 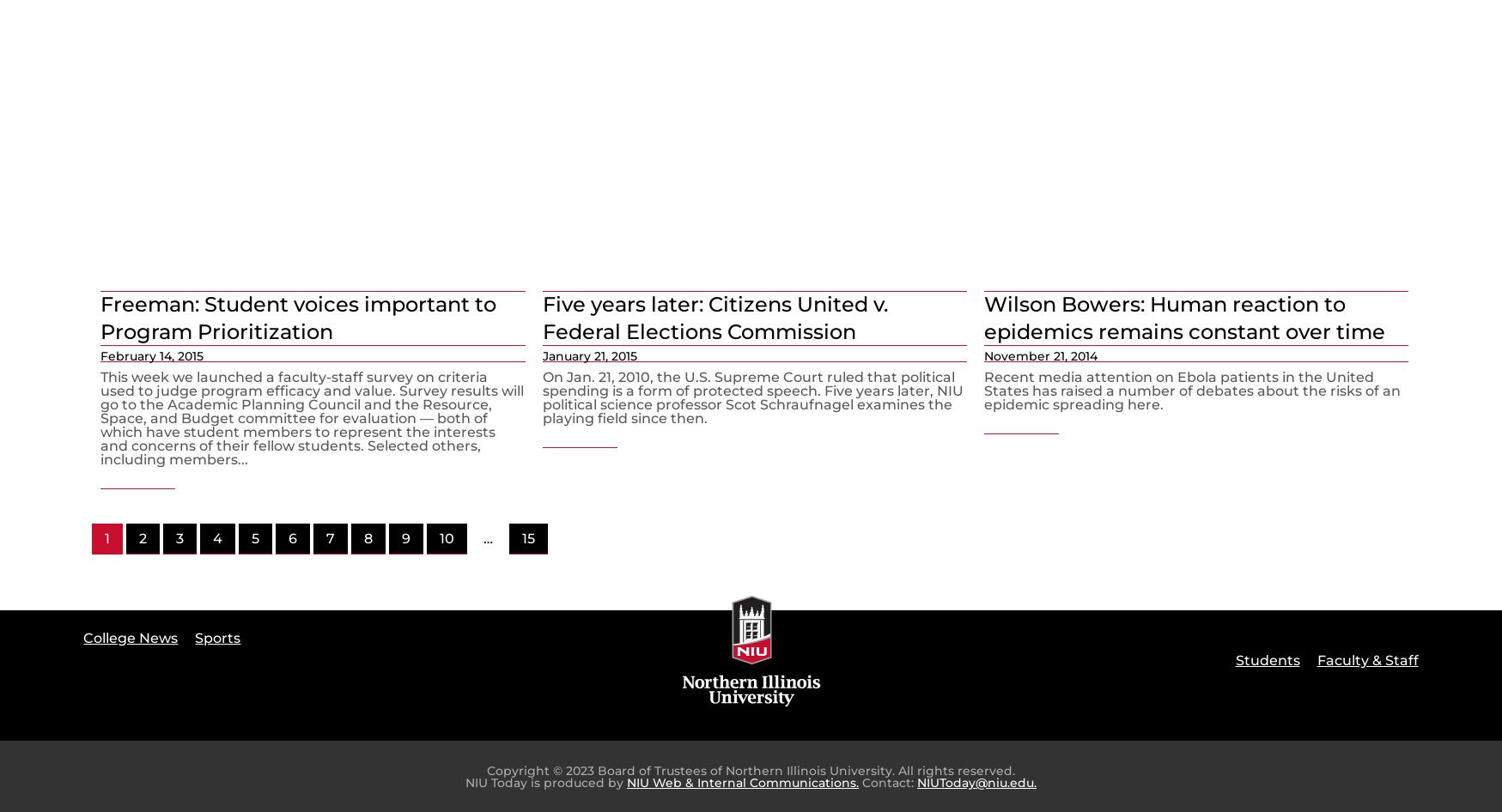 I want to click on 'January 21, 2015', so click(x=587, y=355).